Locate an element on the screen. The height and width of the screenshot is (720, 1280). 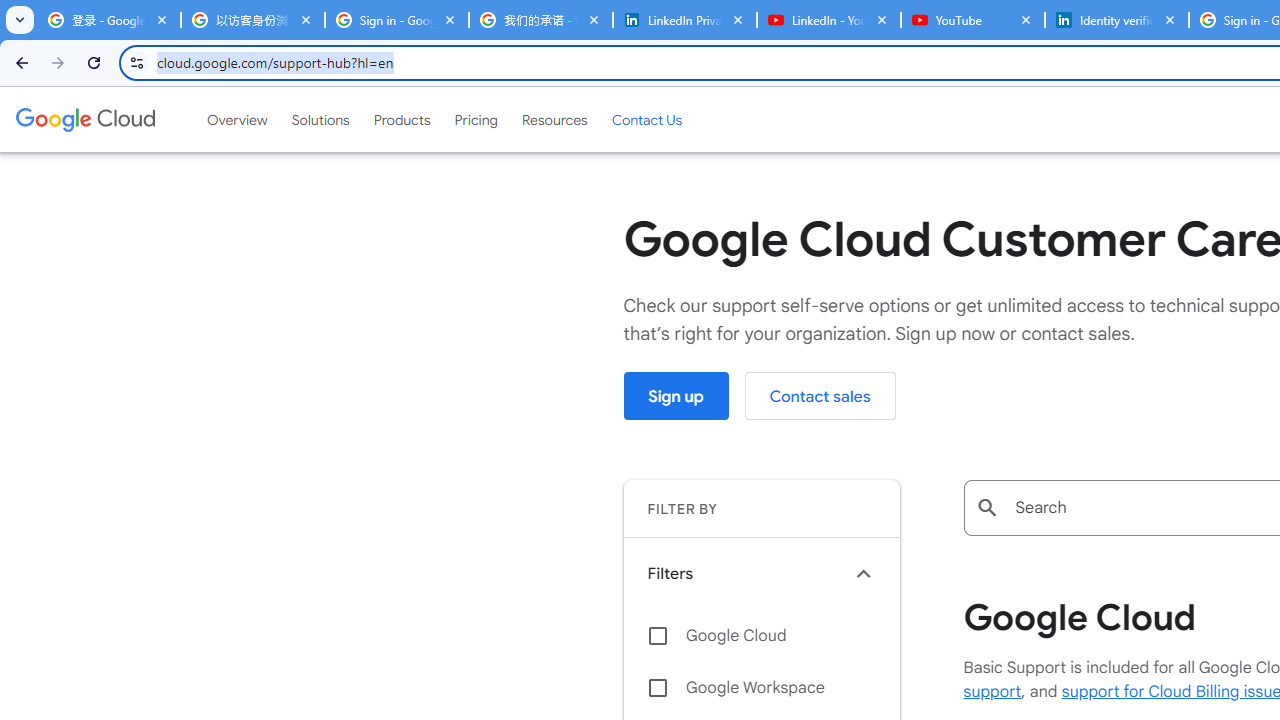
'Google Cloud' is located at coordinates (760, 635).